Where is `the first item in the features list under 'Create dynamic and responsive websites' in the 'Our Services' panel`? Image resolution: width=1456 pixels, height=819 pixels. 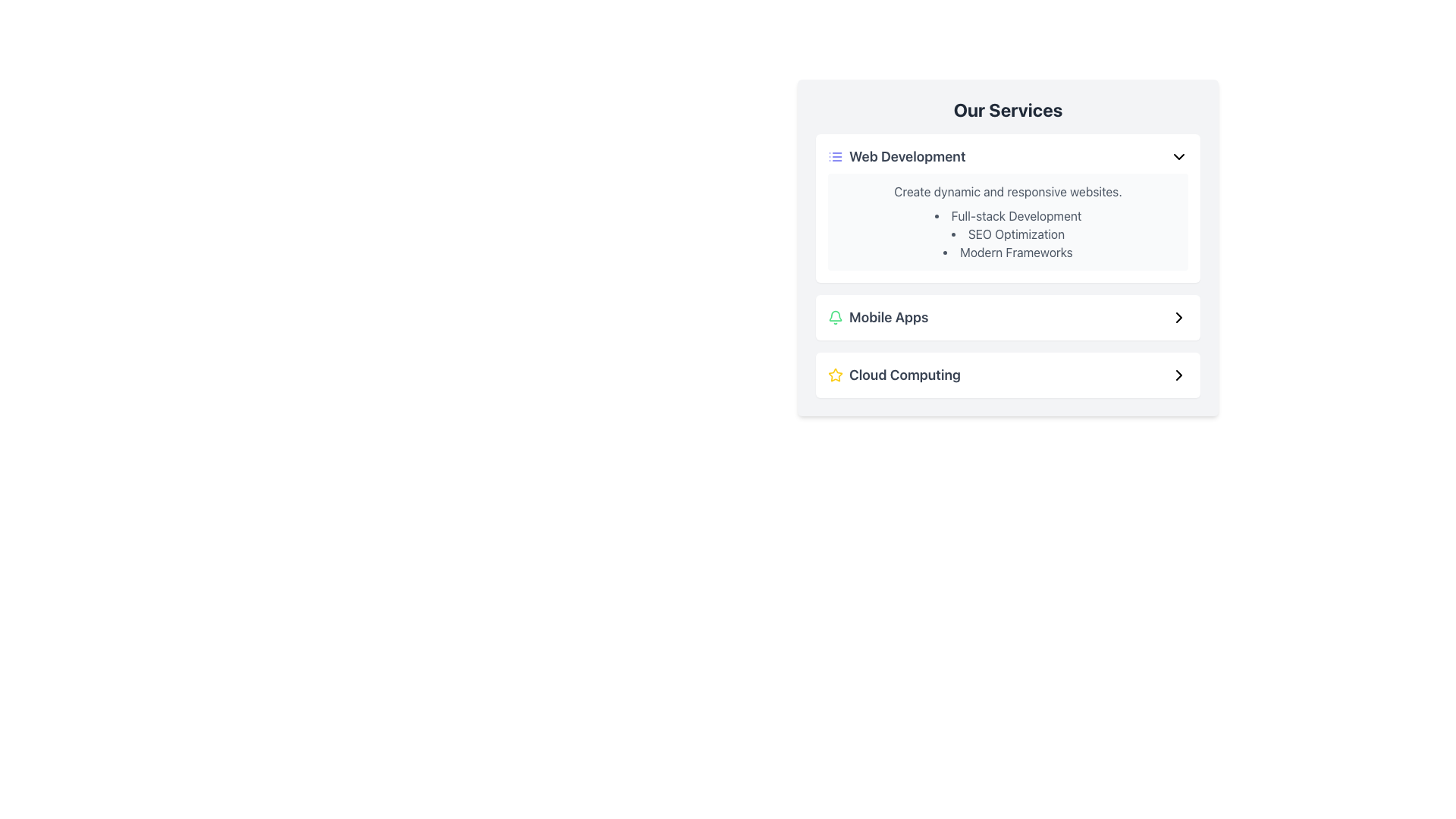
the first item in the features list under 'Create dynamic and responsive websites' in the 'Our Services' panel is located at coordinates (1008, 216).